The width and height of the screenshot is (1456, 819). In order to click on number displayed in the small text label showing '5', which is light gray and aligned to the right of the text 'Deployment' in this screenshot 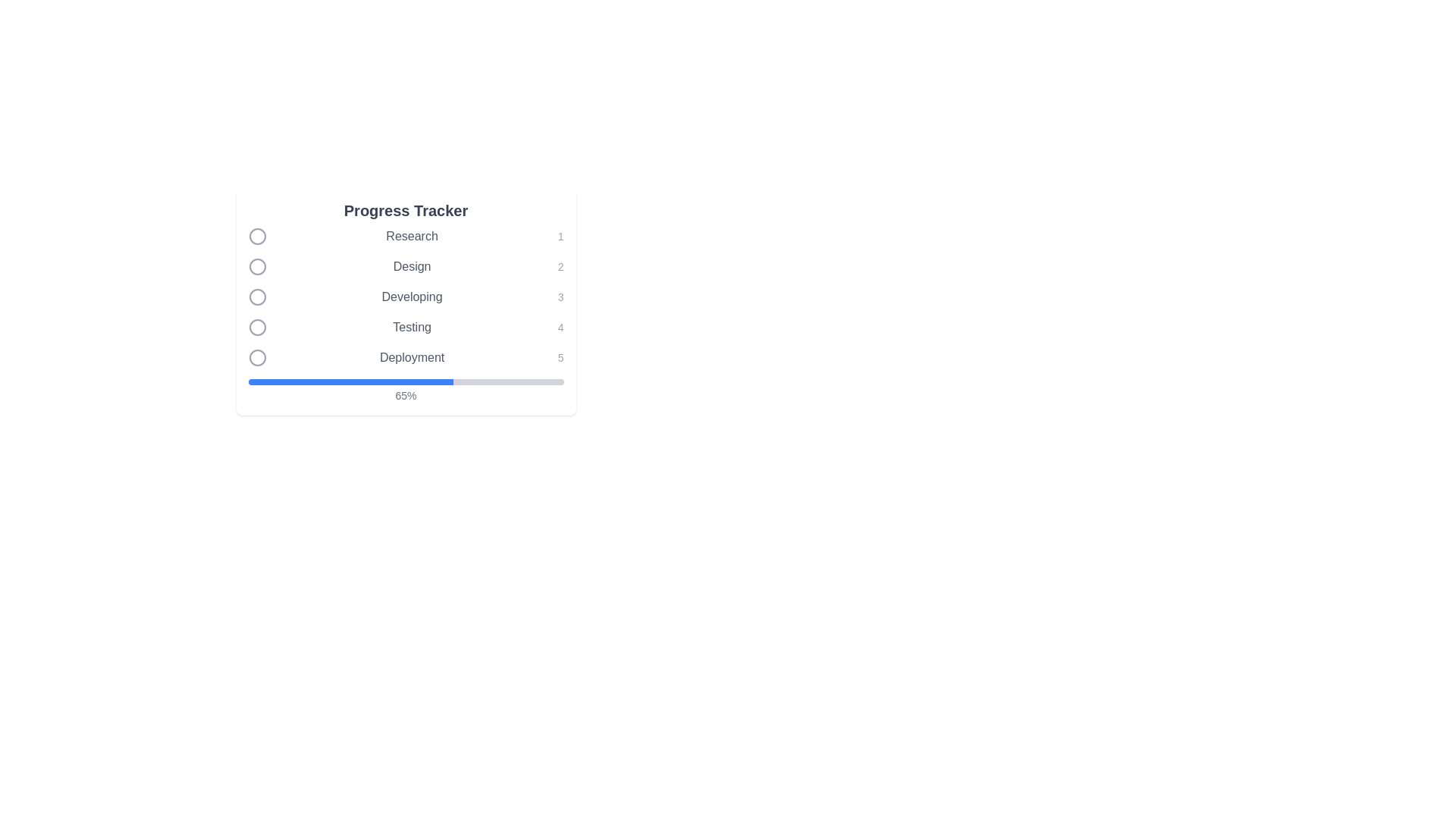, I will do `click(560, 357)`.